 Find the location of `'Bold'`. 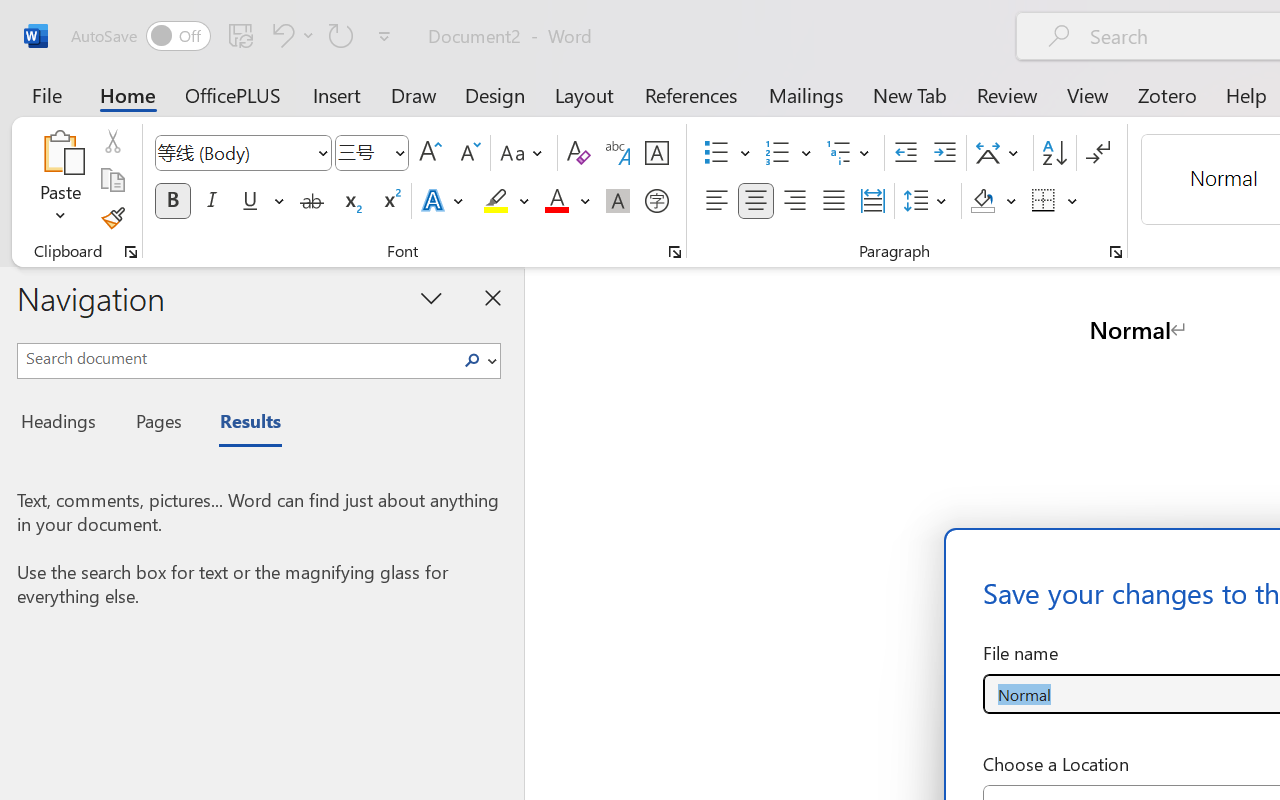

'Bold' is located at coordinates (172, 201).